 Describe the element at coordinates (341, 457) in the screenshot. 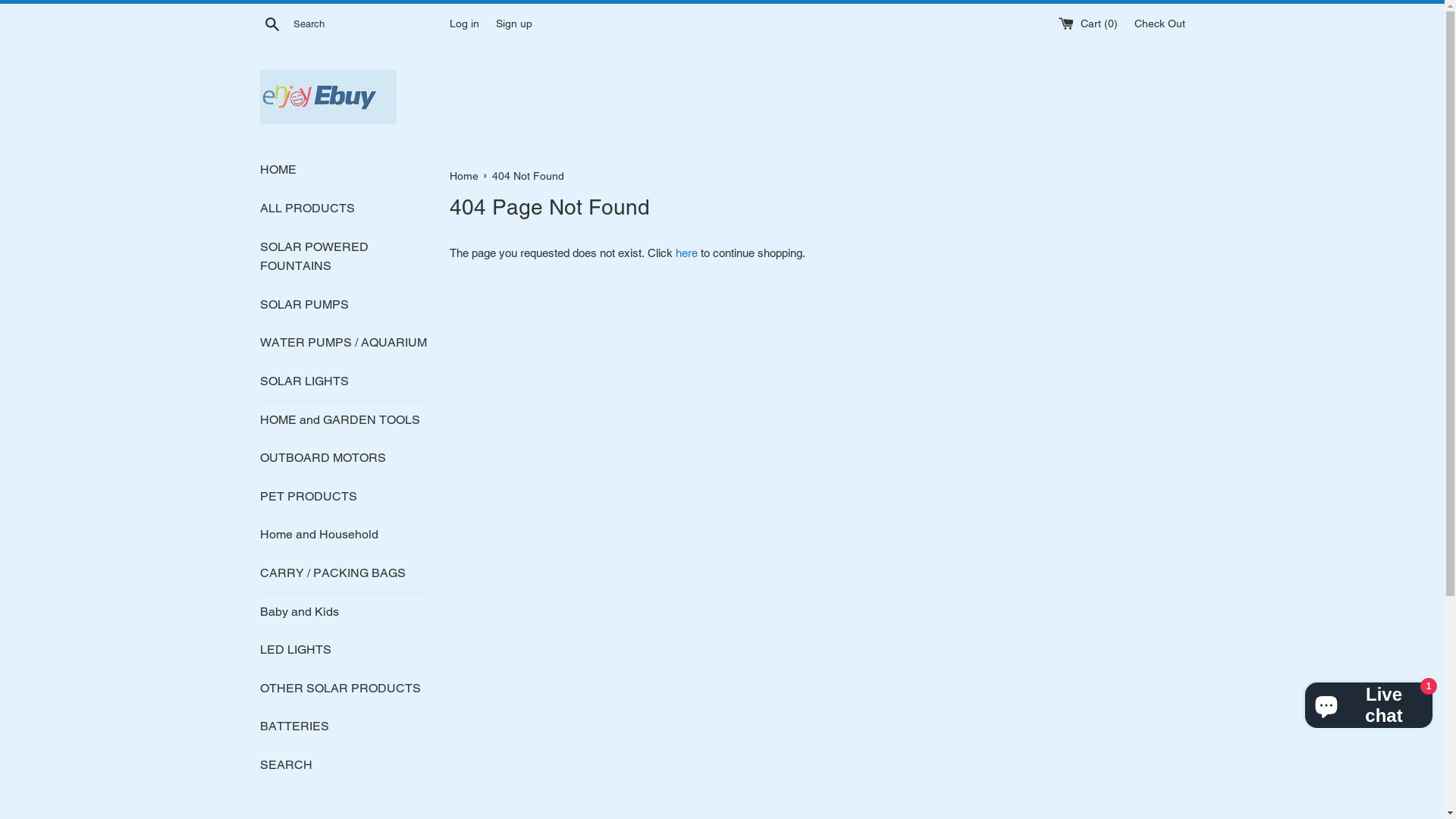

I see `'OUTBOARD MOTORS'` at that location.